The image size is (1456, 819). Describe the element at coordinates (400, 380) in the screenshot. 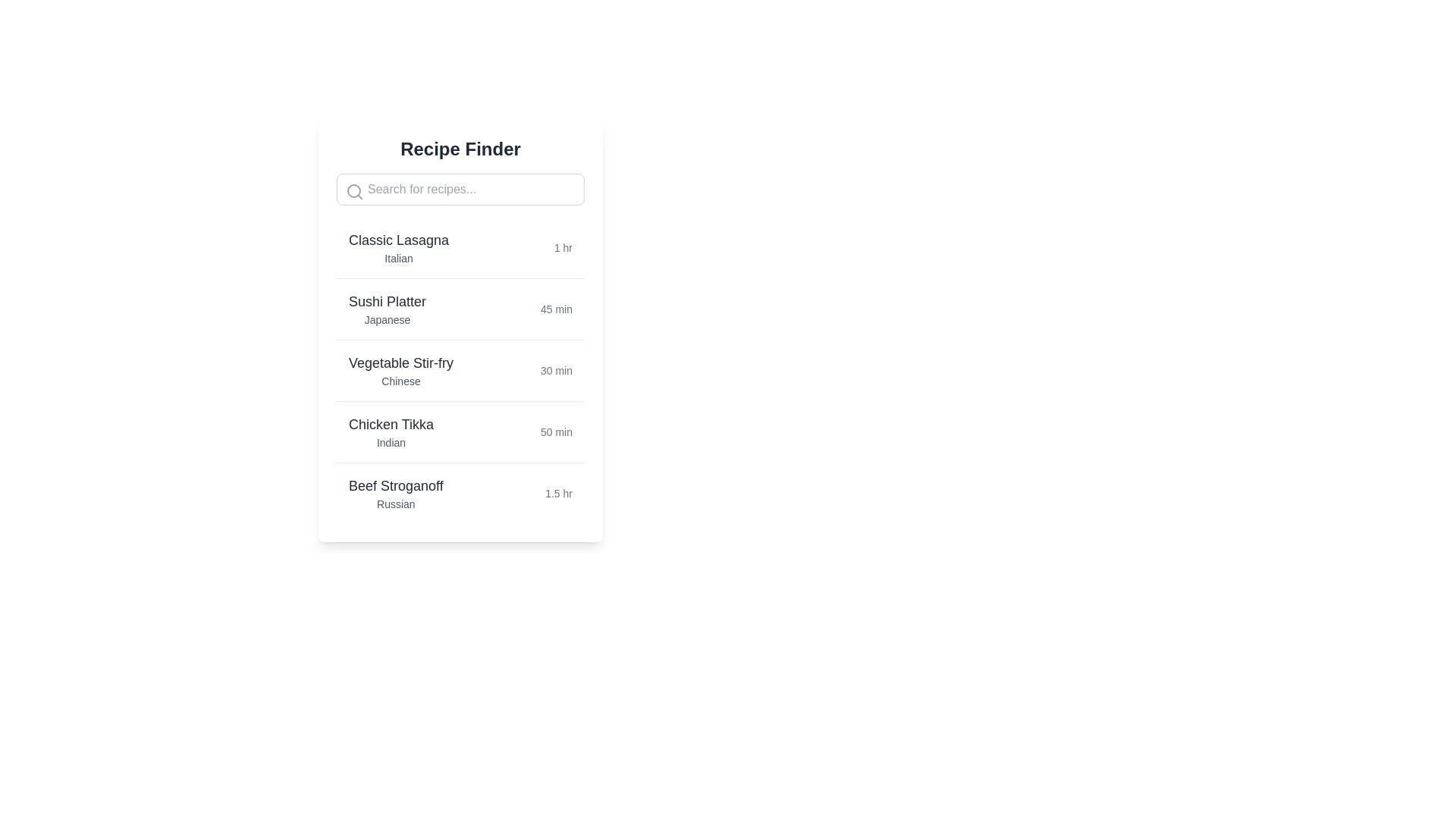

I see `the content of the text label displaying 'Chinese', which is positioned below the title 'Vegetable Stir-fry' and uses a gray color` at that location.